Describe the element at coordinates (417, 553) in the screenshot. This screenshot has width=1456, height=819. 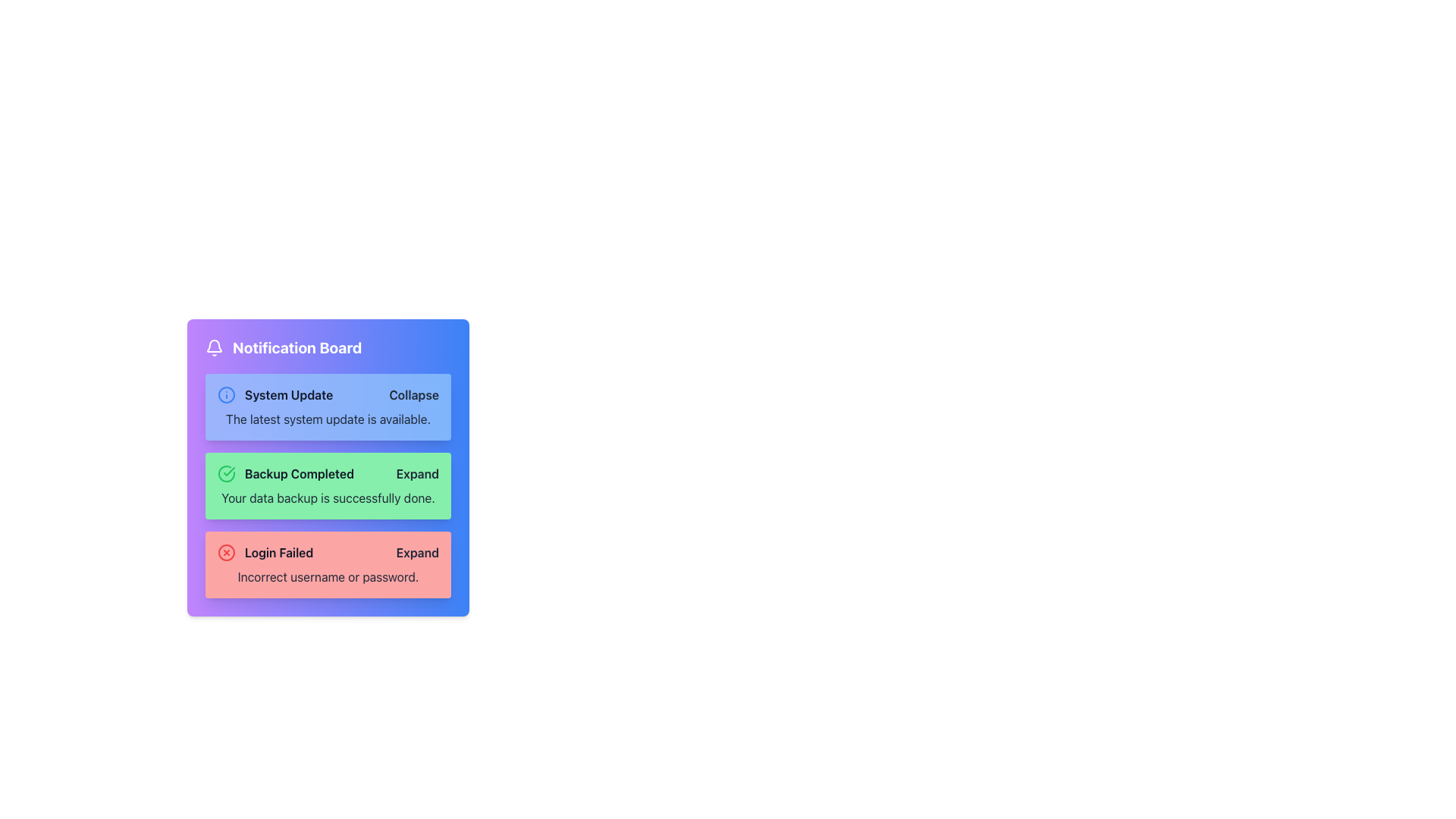
I see `the 'Expand' button, which is a text button styled in bold gray, positioned on the right side of the 'Login Failed' notification box` at that location.